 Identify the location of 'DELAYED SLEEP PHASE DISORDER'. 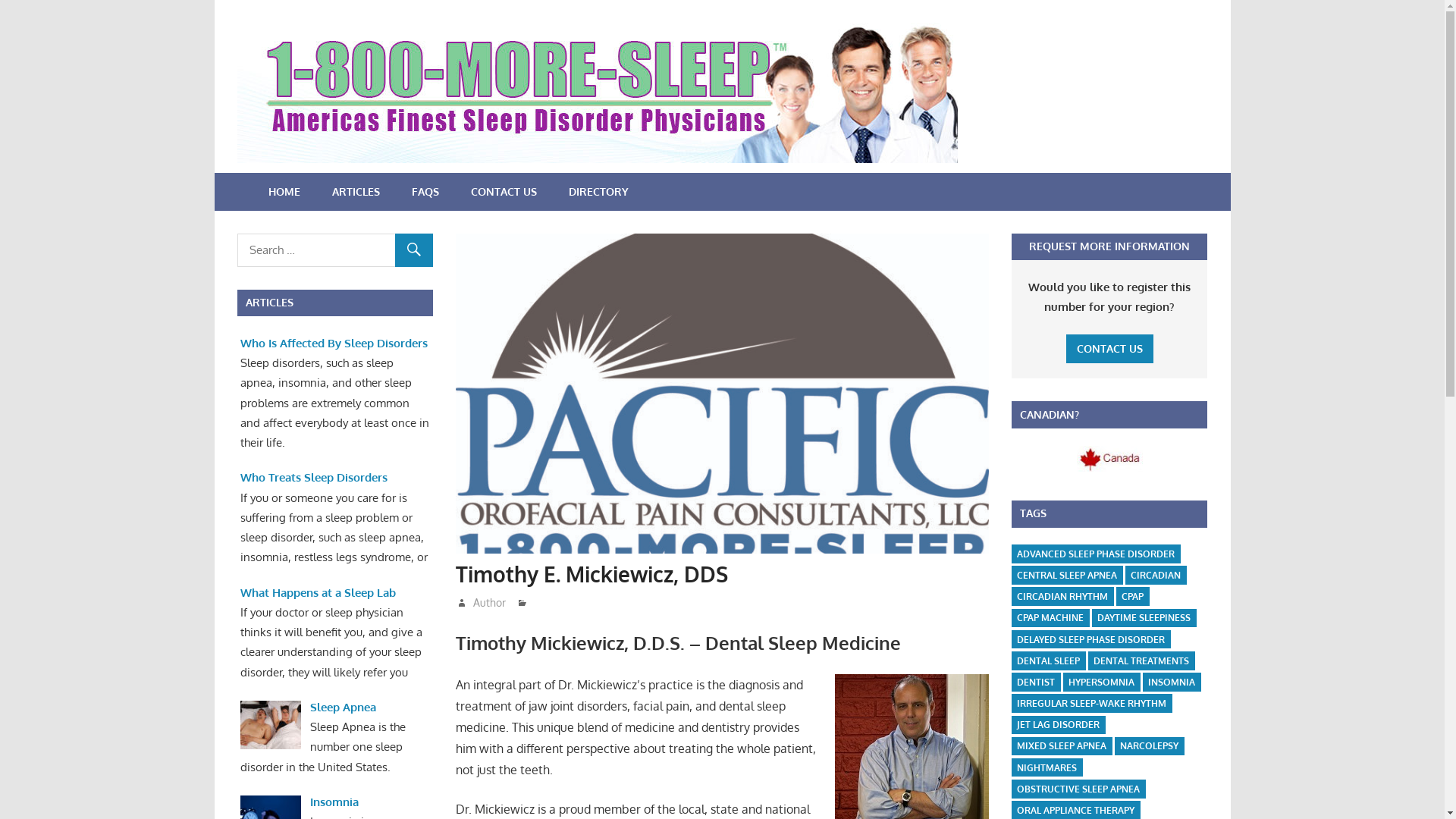
(1090, 639).